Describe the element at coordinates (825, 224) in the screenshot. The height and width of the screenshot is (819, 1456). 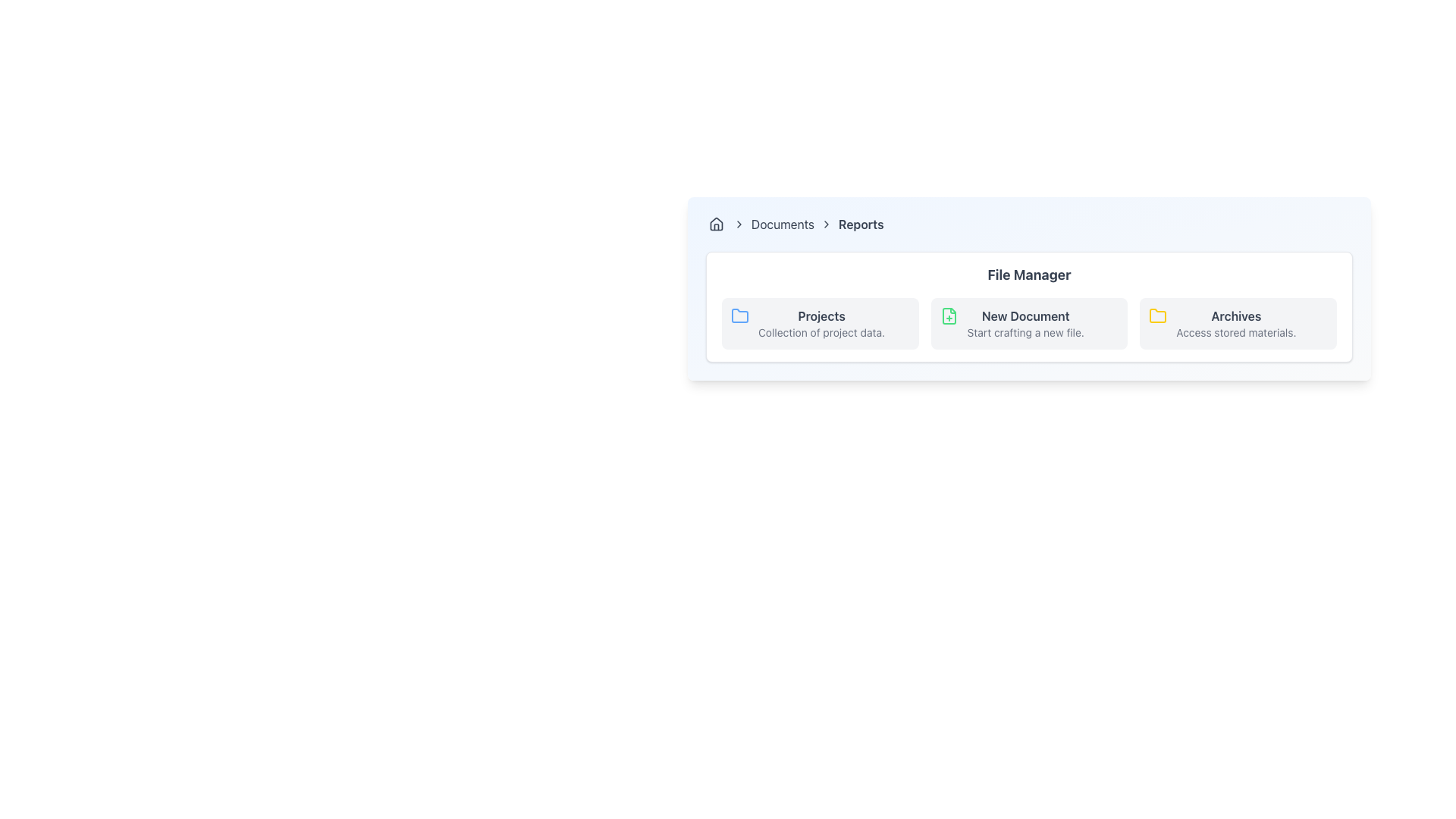
I see `the chevron icon that separates 'Documents' and 'Reports' in the breadcrumb navigation bar` at that location.